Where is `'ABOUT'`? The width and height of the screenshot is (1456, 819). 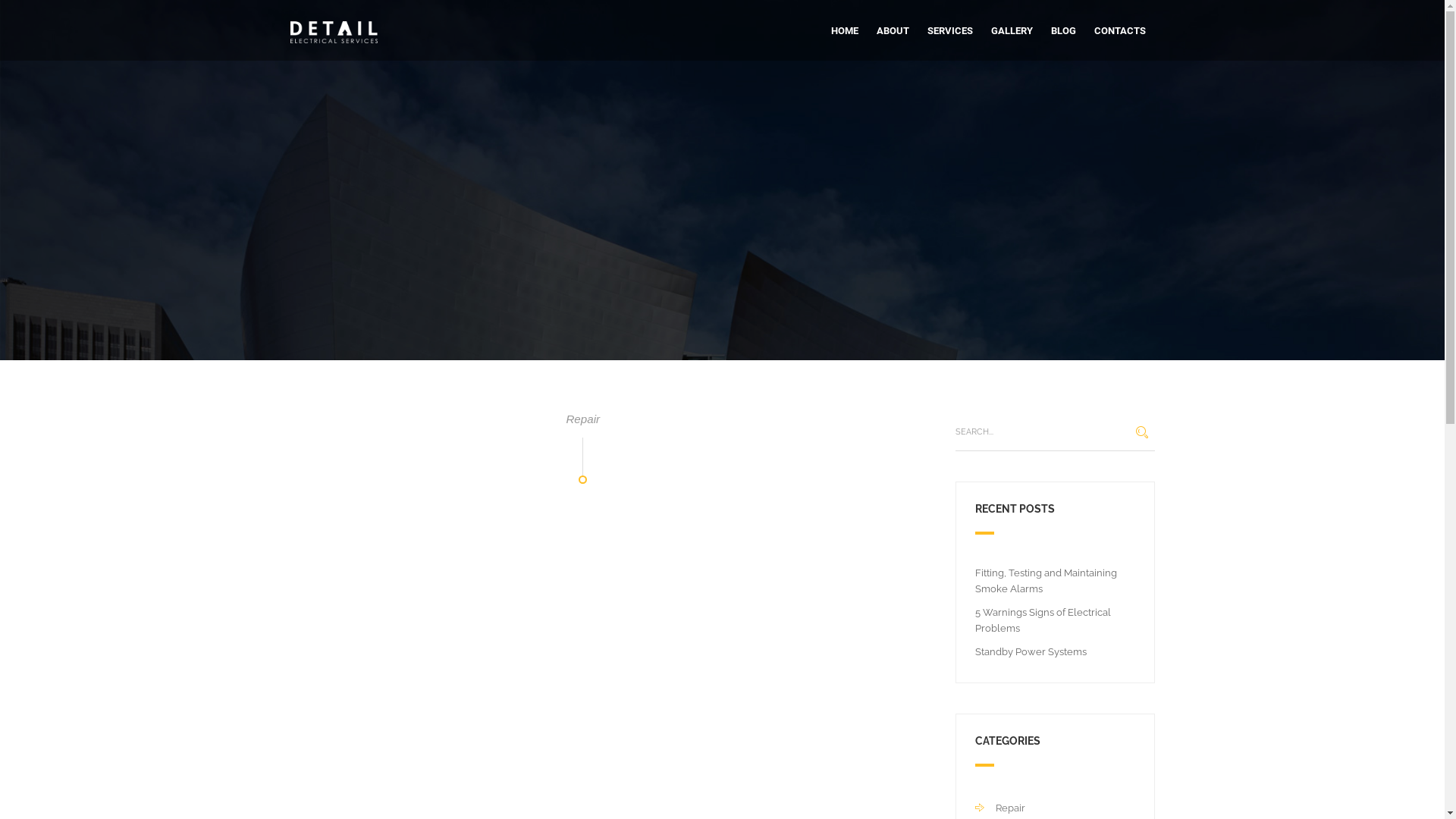 'ABOUT' is located at coordinates (893, 31).